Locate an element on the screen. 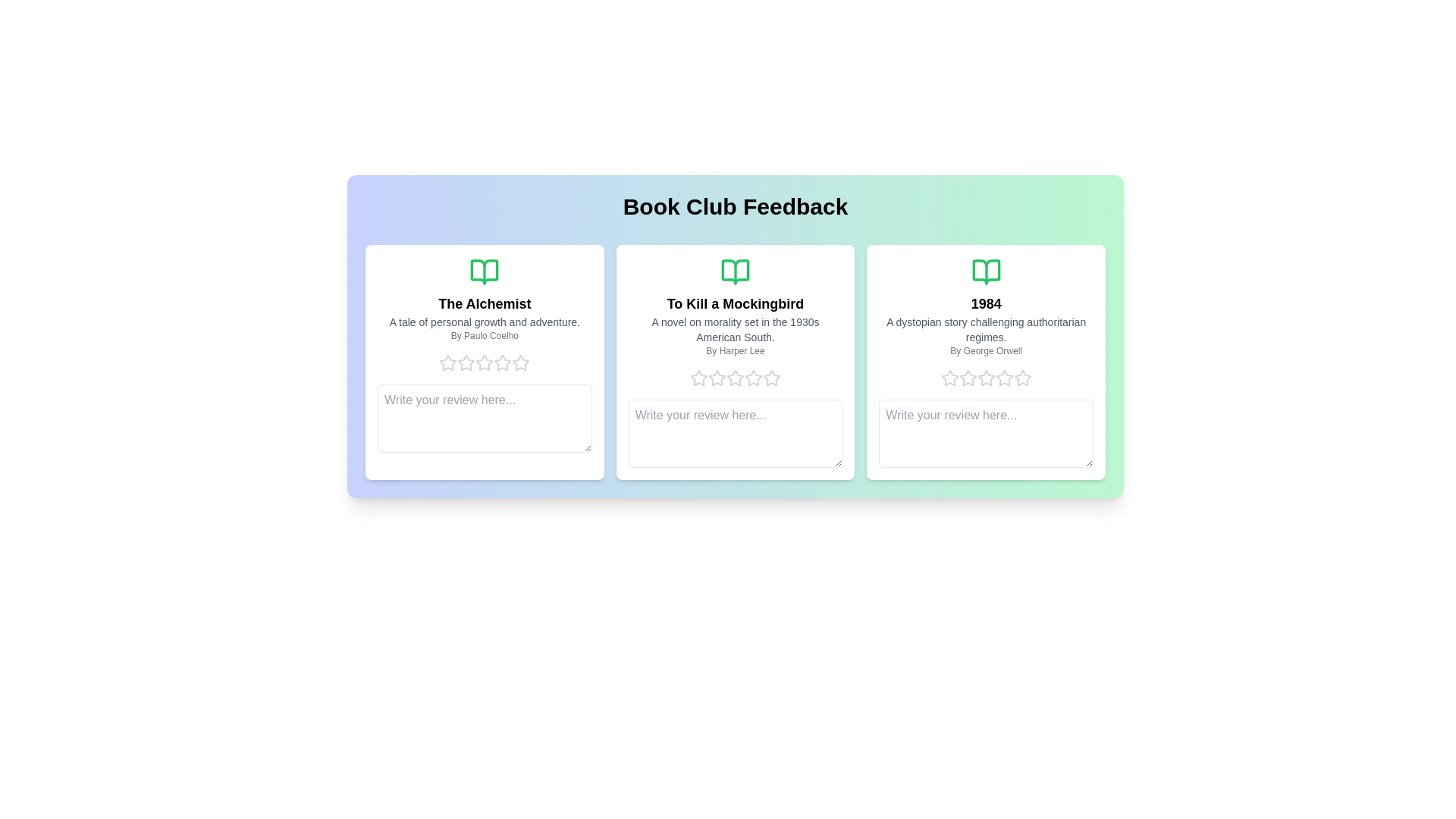  the text label displaying 'By George Orwell', which is located below the title '1984' and centered within the card is located at coordinates (986, 350).